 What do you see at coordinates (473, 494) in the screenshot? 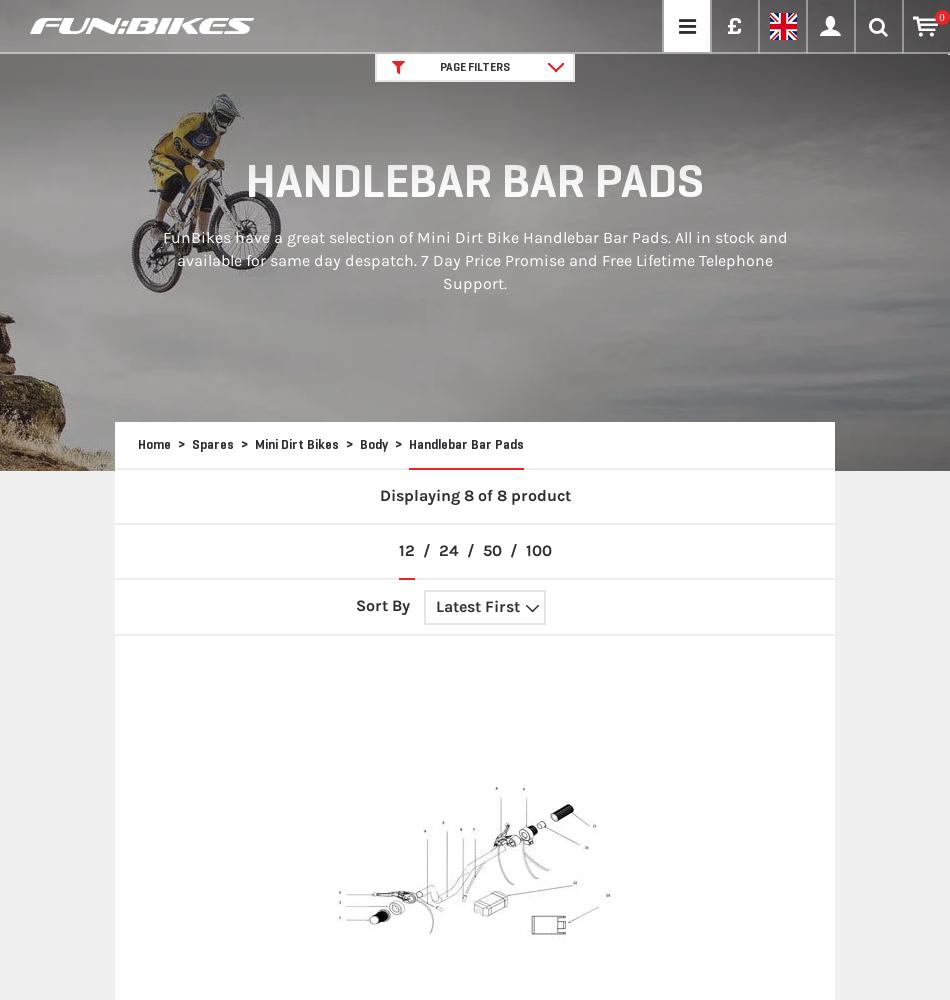
I see `'Displaying 8 of 8 product'` at bounding box center [473, 494].